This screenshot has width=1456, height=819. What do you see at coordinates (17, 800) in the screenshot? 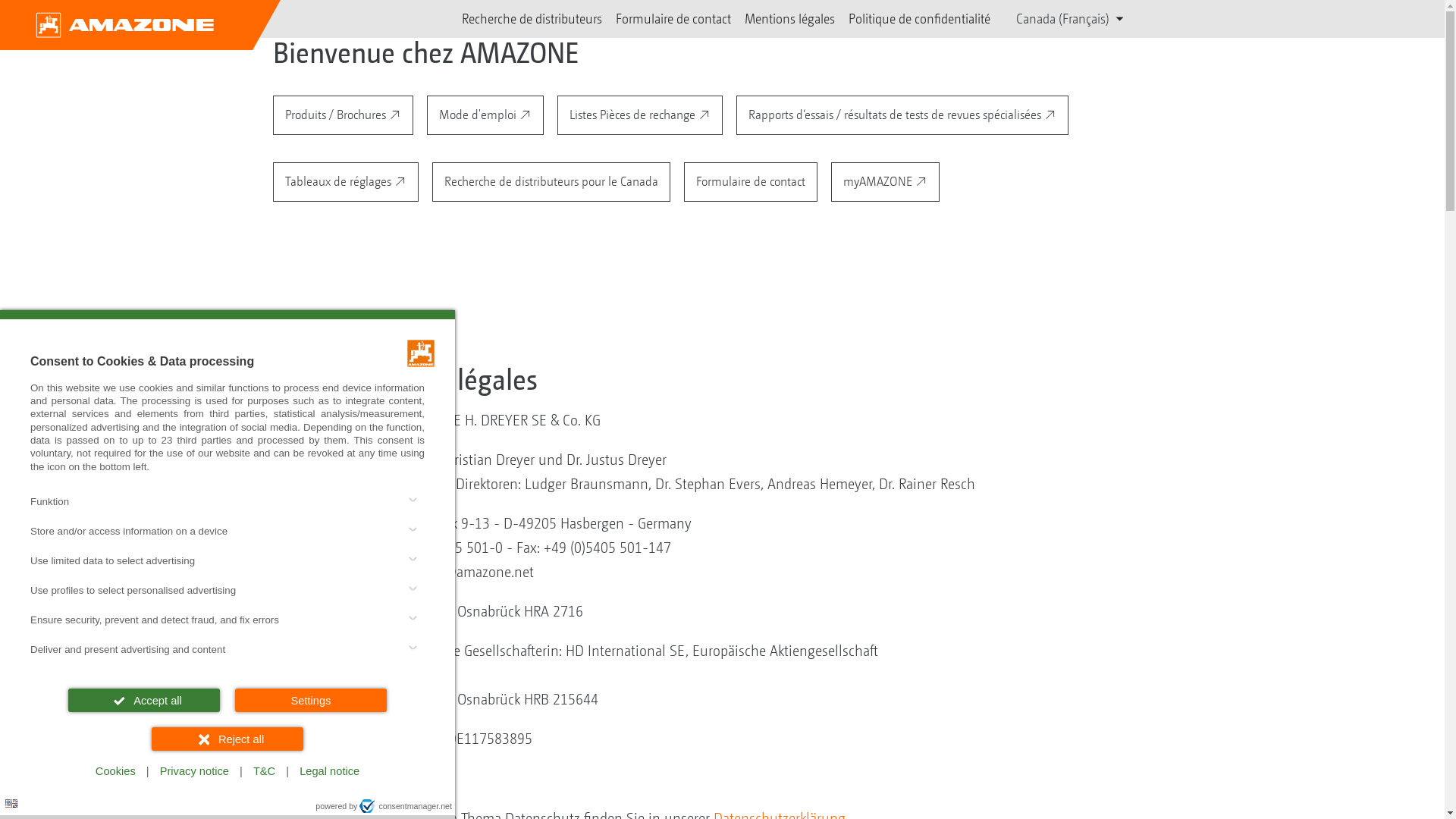
I see `'Privacy settings'` at bounding box center [17, 800].